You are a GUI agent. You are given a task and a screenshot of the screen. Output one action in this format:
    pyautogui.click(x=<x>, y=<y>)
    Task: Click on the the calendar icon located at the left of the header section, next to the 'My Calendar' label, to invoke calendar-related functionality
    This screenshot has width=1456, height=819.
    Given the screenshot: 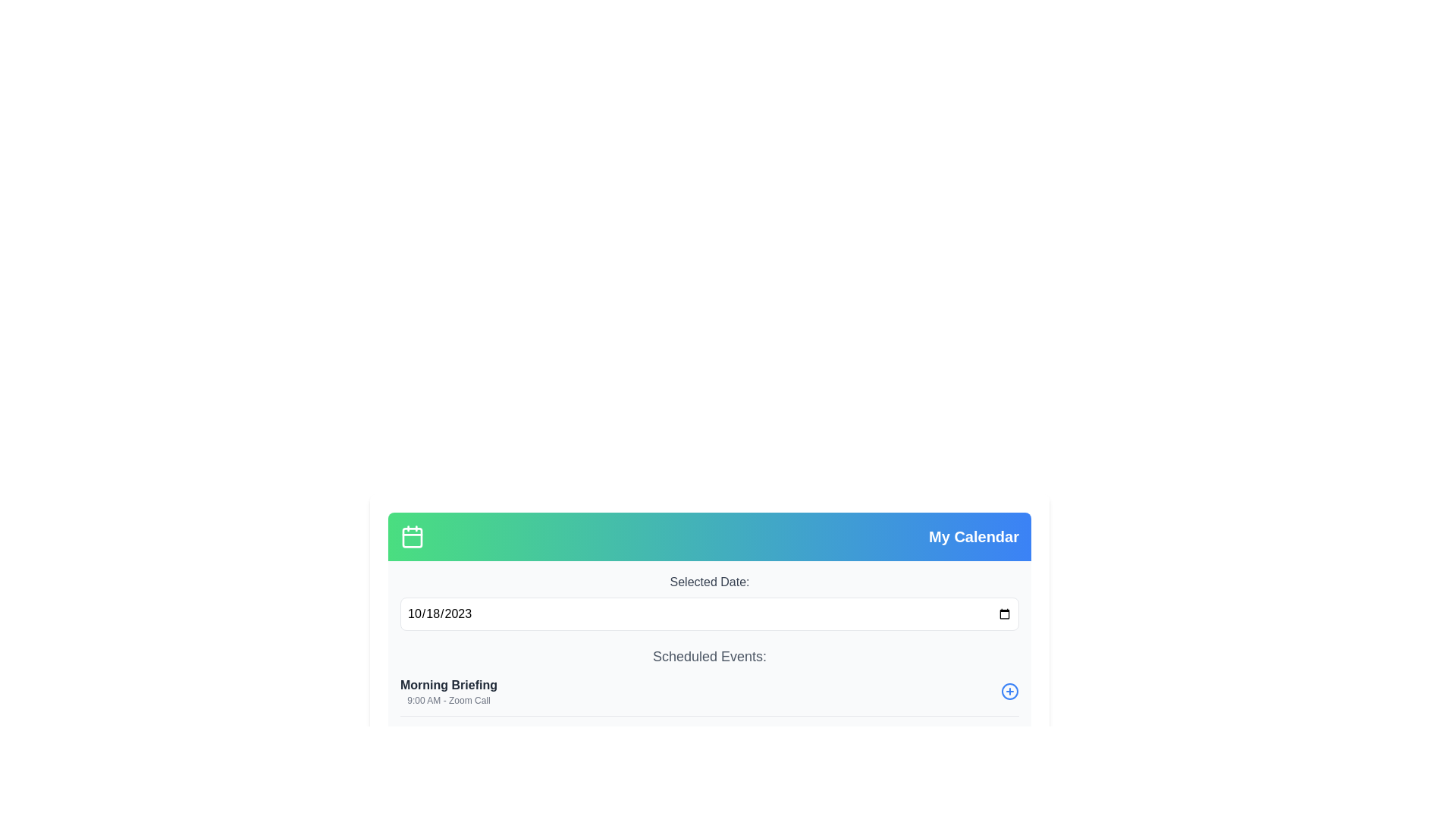 What is the action you would take?
    pyautogui.click(x=412, y=536)
    